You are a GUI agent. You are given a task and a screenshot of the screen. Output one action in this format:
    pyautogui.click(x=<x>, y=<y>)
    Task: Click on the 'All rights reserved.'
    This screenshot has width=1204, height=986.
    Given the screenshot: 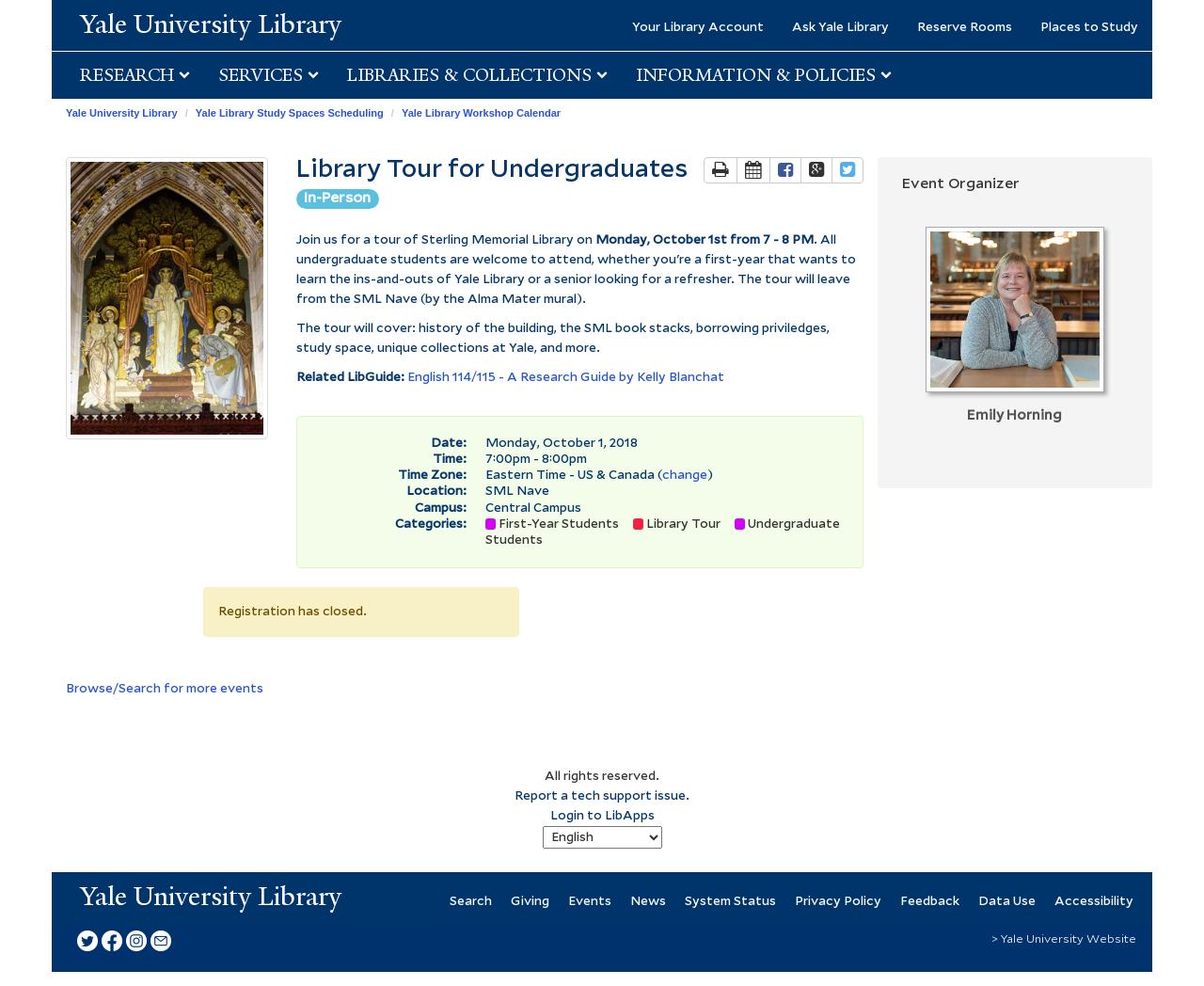 What is the action you would take?
    pyautogui.click(x=602, y=774)
    